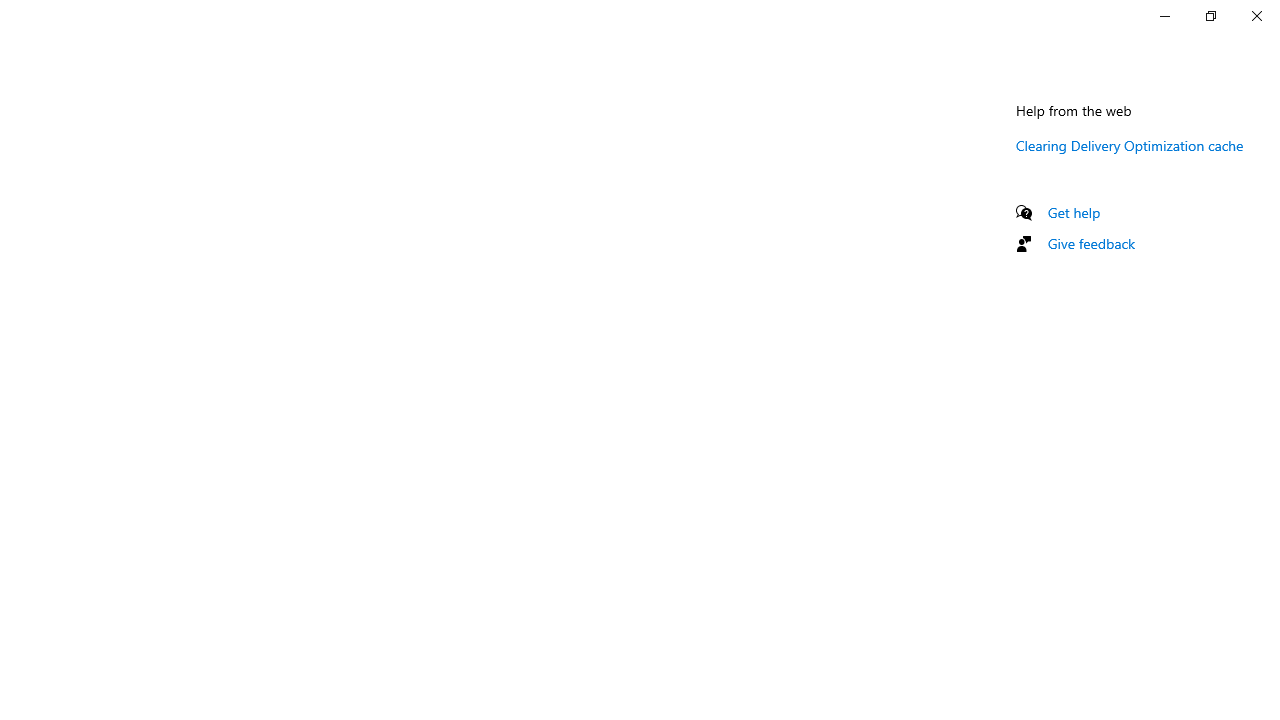 Image resolution: width=1280 pixels, height=720 pixels. I want to click on 'Restore Settings', so click(1209, 15).